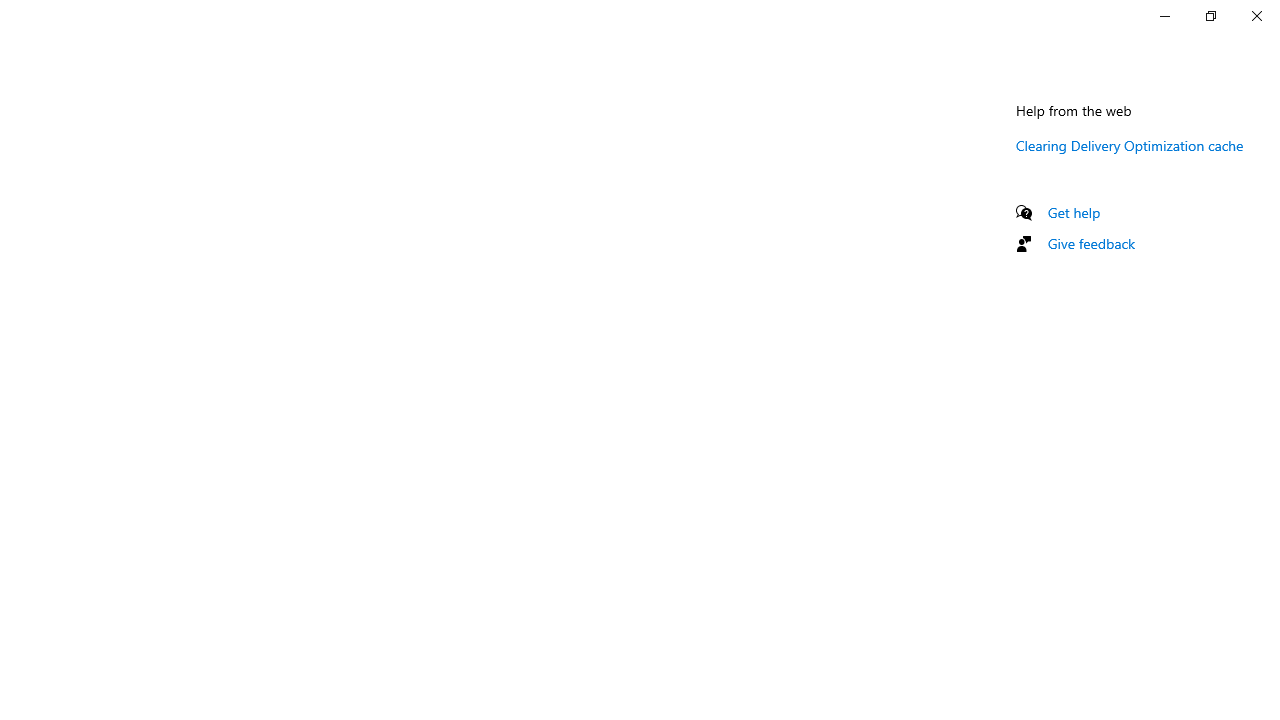 Image resolution: width=1280 pixels, height=720 pixels. I want to click on 'Restore Settings', so click(1209, 15).